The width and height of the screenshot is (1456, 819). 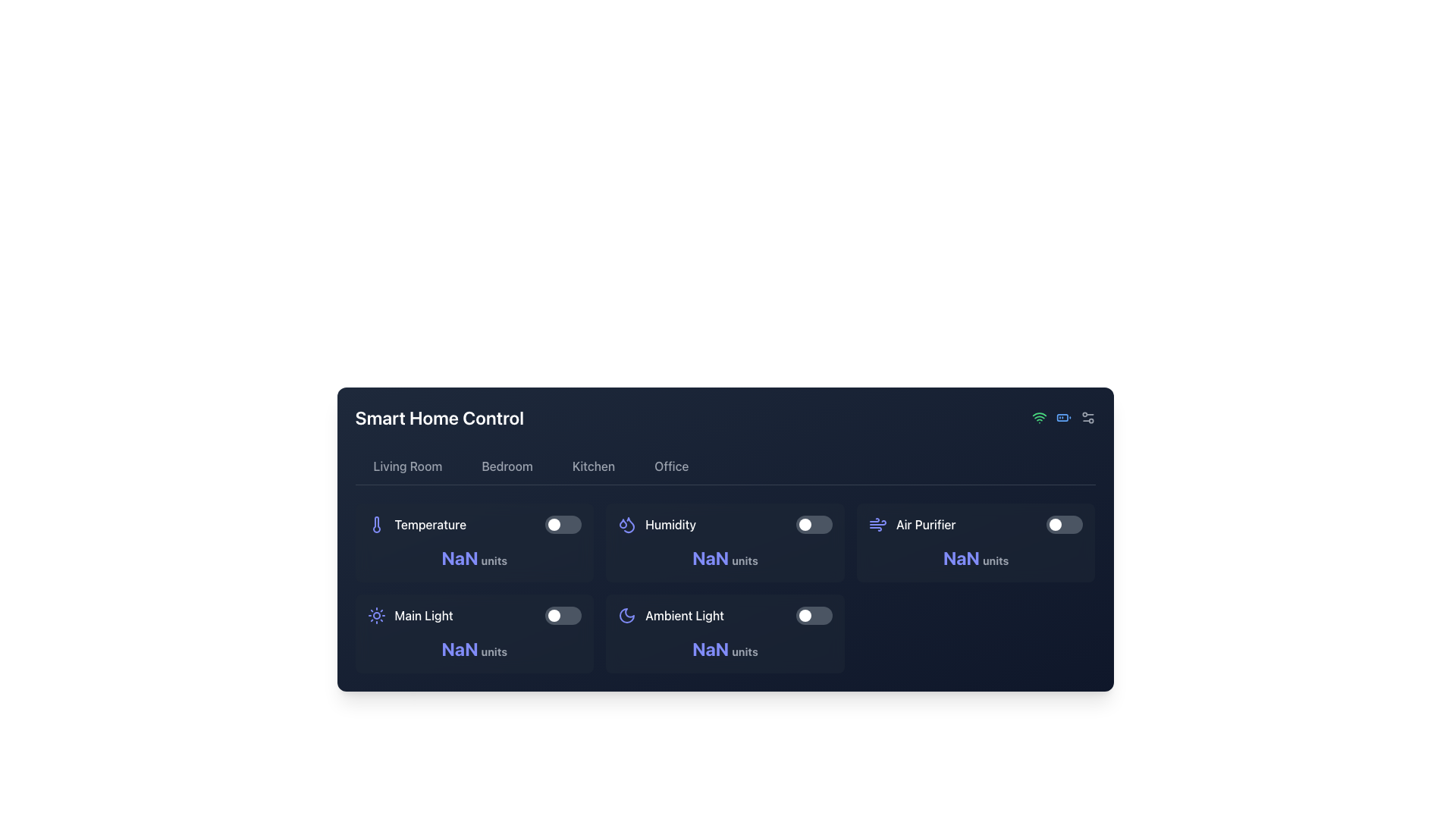 I want to click on the 'Humidity' text label with a blue droplet icon, which is part of the environmental settings controls in the smart home interface, so click(x=657, y=523).